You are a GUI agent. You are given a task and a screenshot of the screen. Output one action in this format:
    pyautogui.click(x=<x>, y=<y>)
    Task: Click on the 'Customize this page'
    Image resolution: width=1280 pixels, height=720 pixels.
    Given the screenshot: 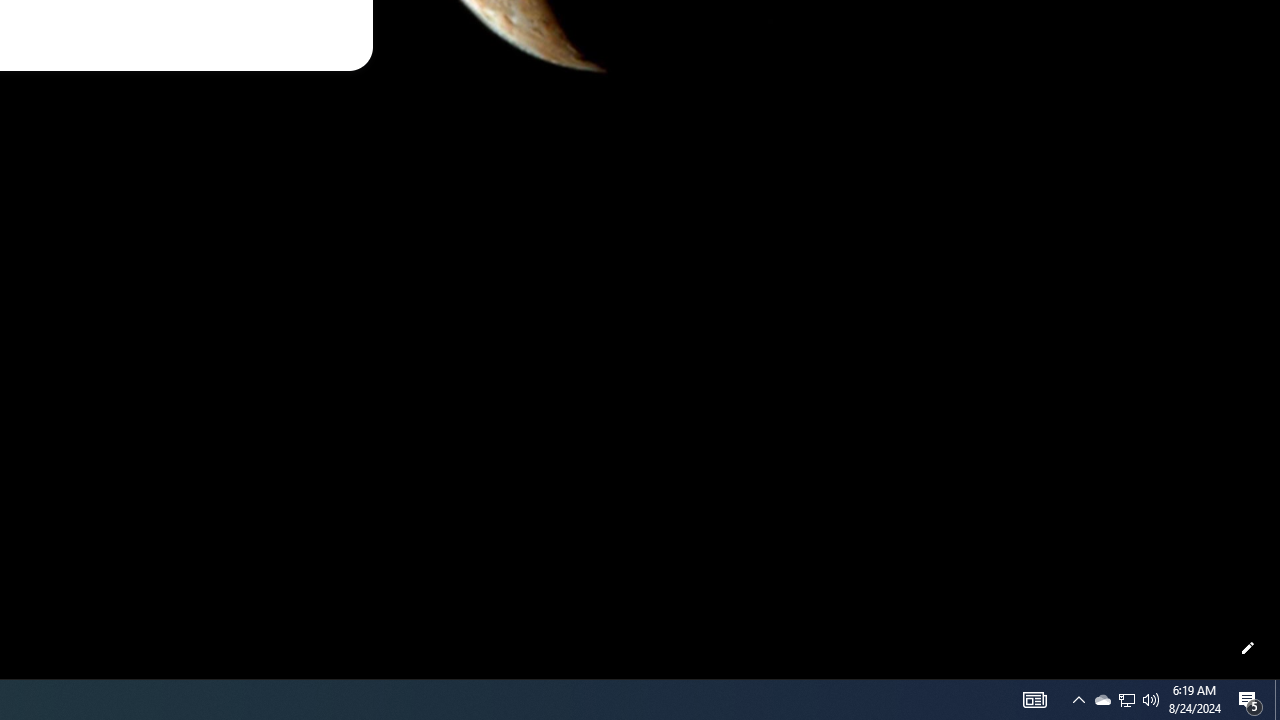 What is the action you would take?
    pyautogui.click(x=1247, y=648)
    